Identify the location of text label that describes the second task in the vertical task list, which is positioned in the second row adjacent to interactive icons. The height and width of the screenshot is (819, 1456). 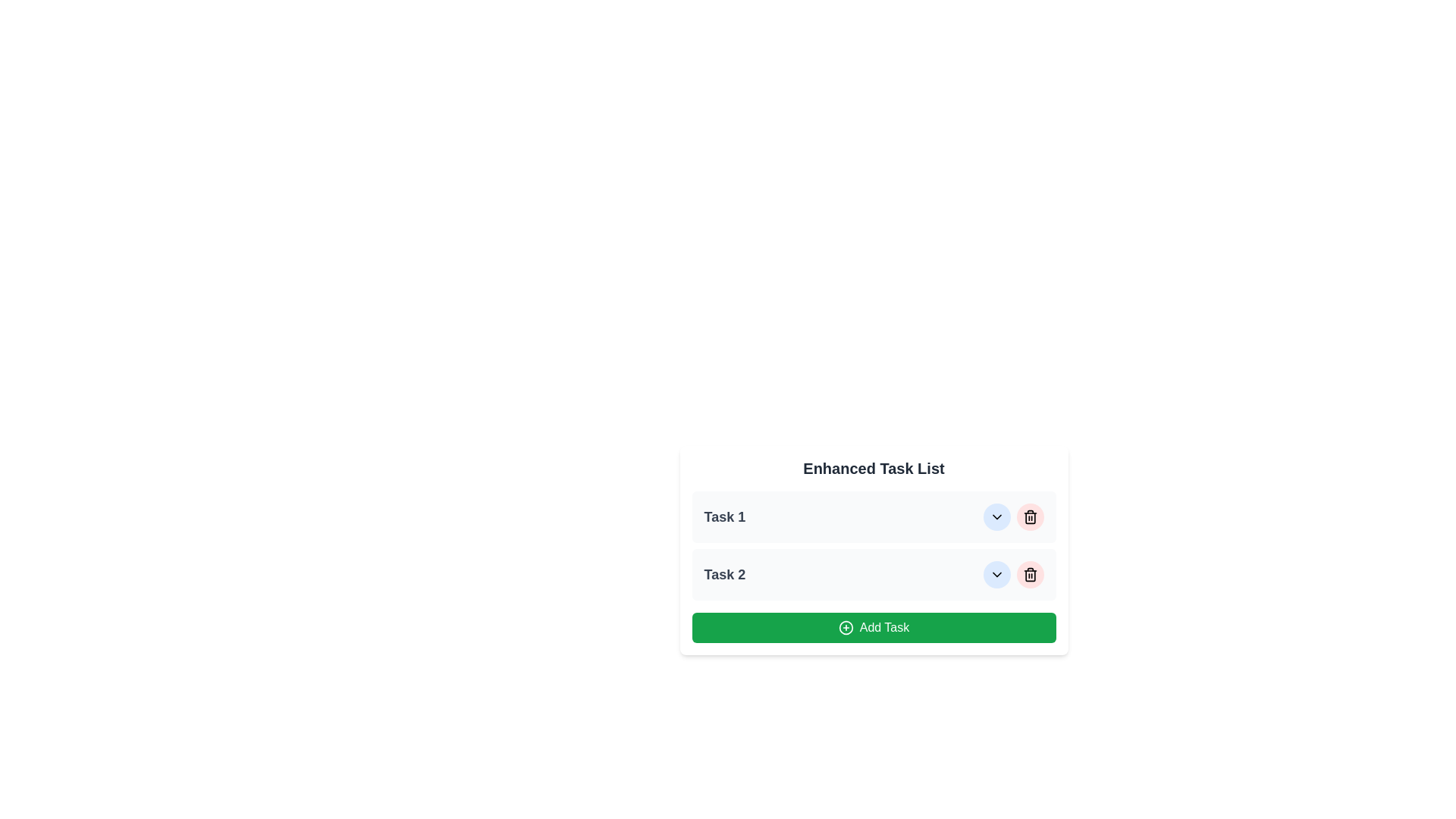
(723, 575).